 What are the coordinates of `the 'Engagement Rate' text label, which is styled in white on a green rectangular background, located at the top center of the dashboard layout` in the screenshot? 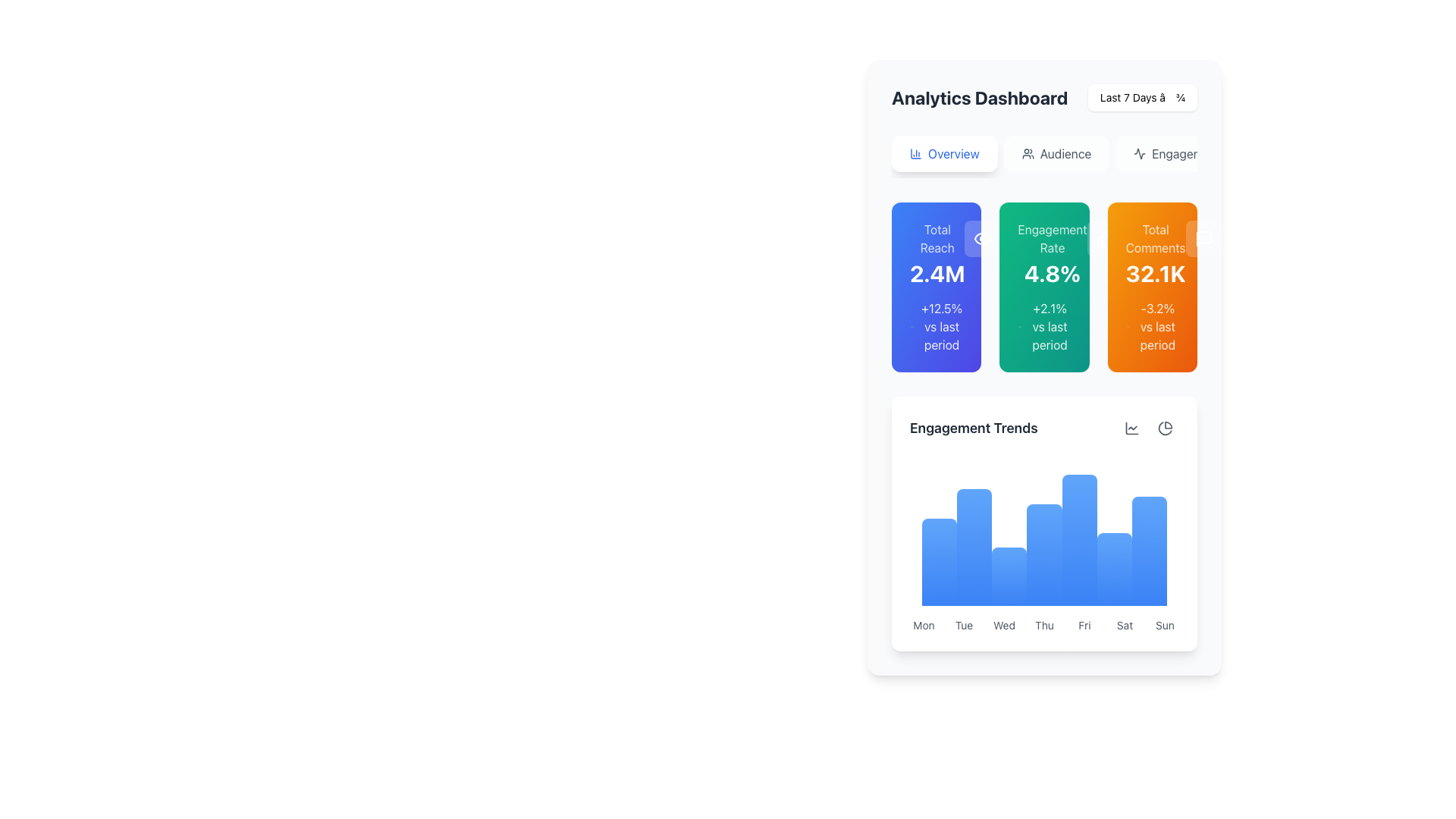 It's located at (1051, 239).